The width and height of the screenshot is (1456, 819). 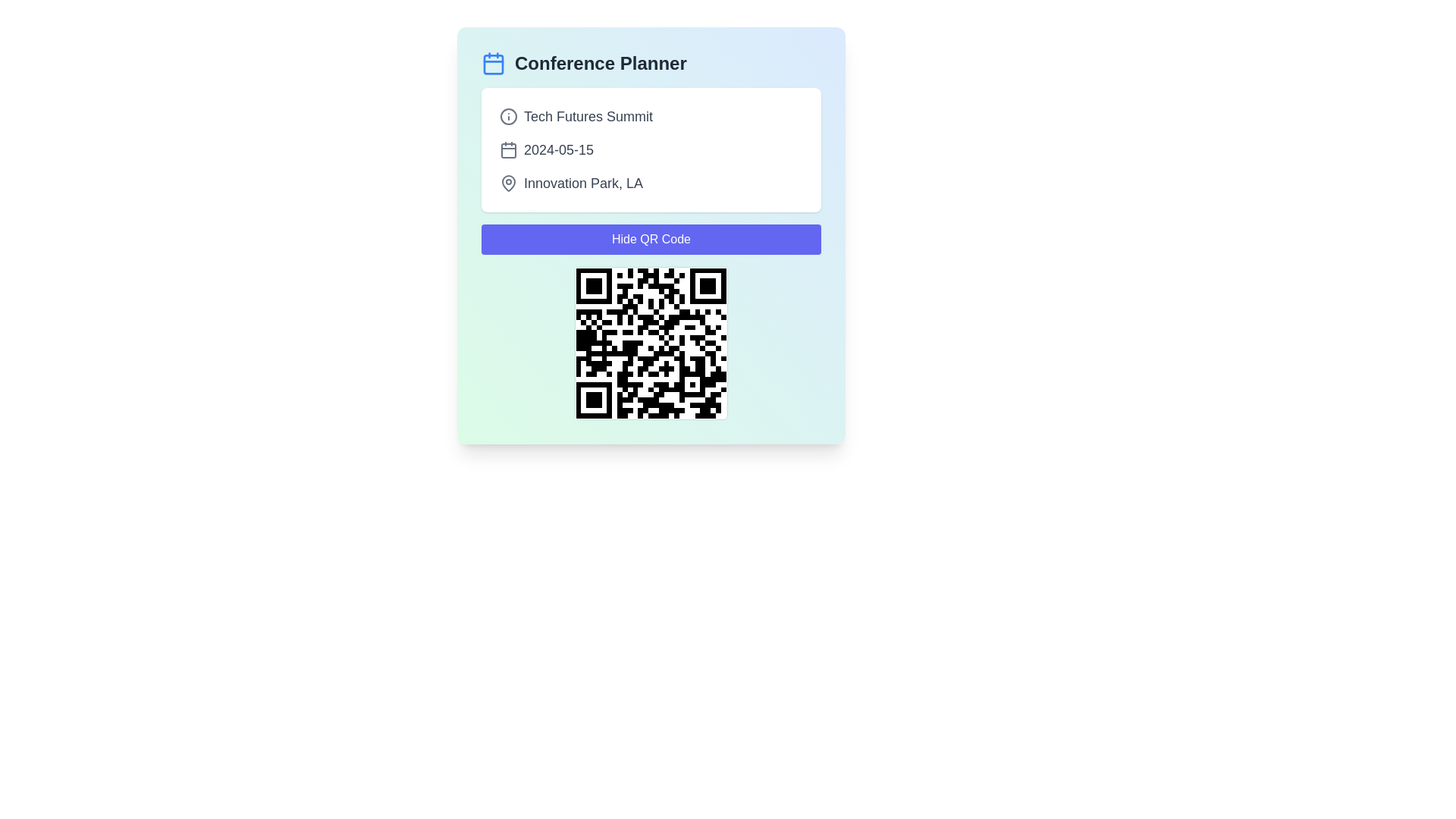 What do you see at coordinates (558, 149) in the screenshot?
I see `the Text label displaying the date '2024-05-15', which is styled in gray and is part of the 'Conference Planner' card, positioned in the top-right portion of the interface` at bounding box center [558, 149].